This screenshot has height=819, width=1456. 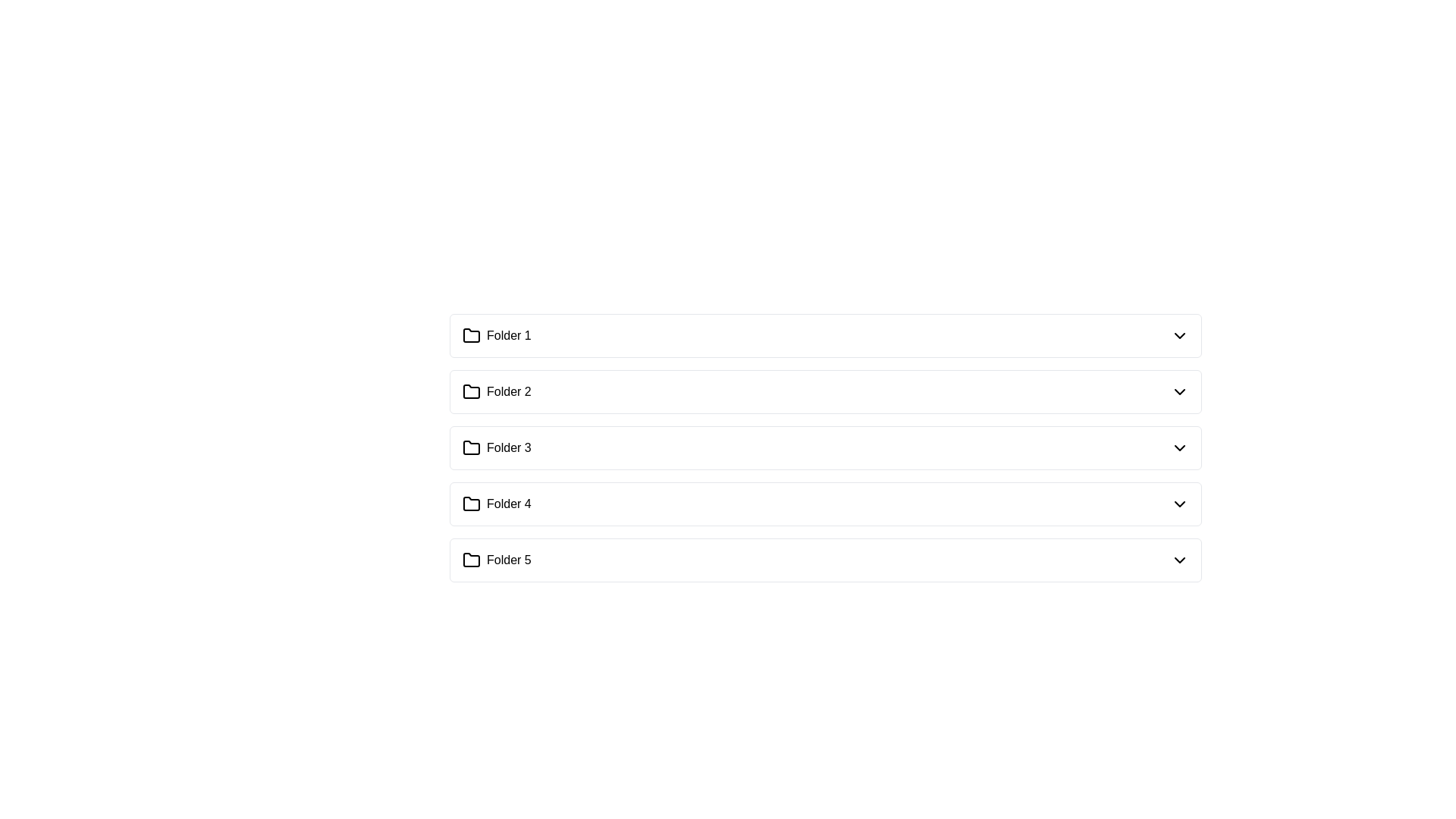 I want to click on the folder icon representing 'Folder 3', which is located to the left of the 'Folder 3' label in the list of folders, so click(x=471, y=447).